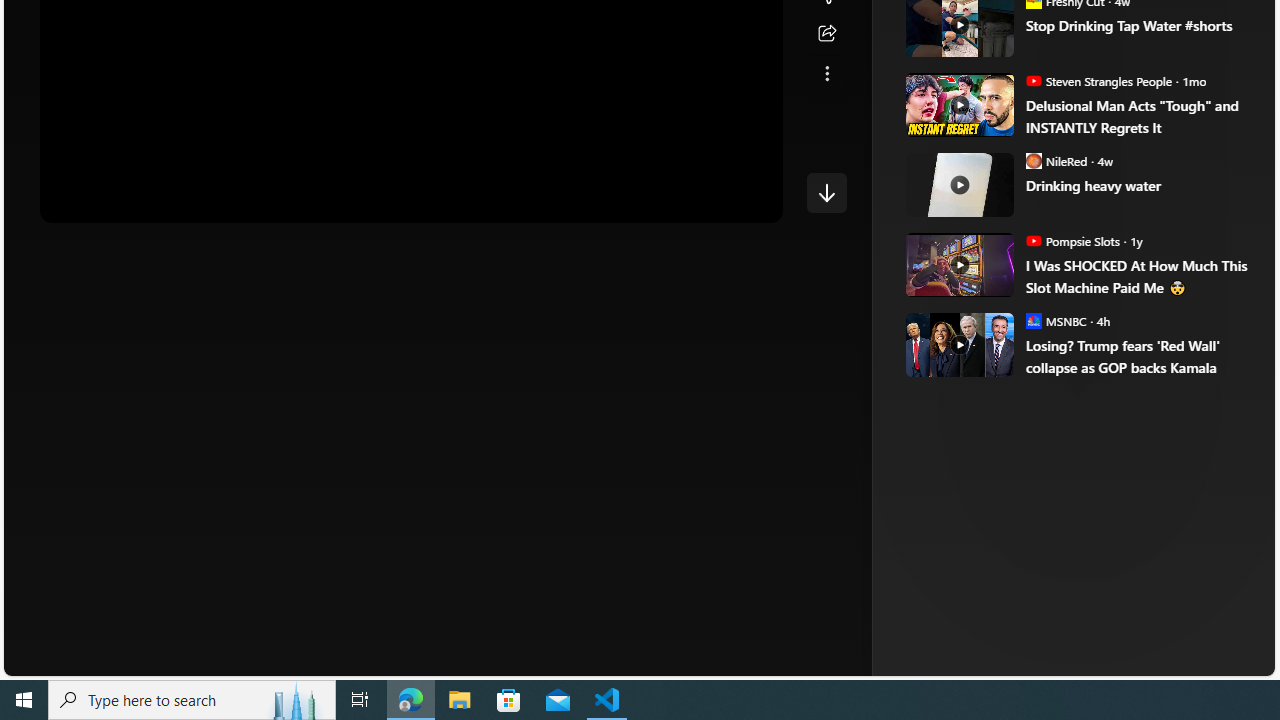 This screenshot has height=720, width=1280. What do you see at coordinates (826, 192) in the screenshot?
I see `'Class: control'` at bounding box center [826, 192].